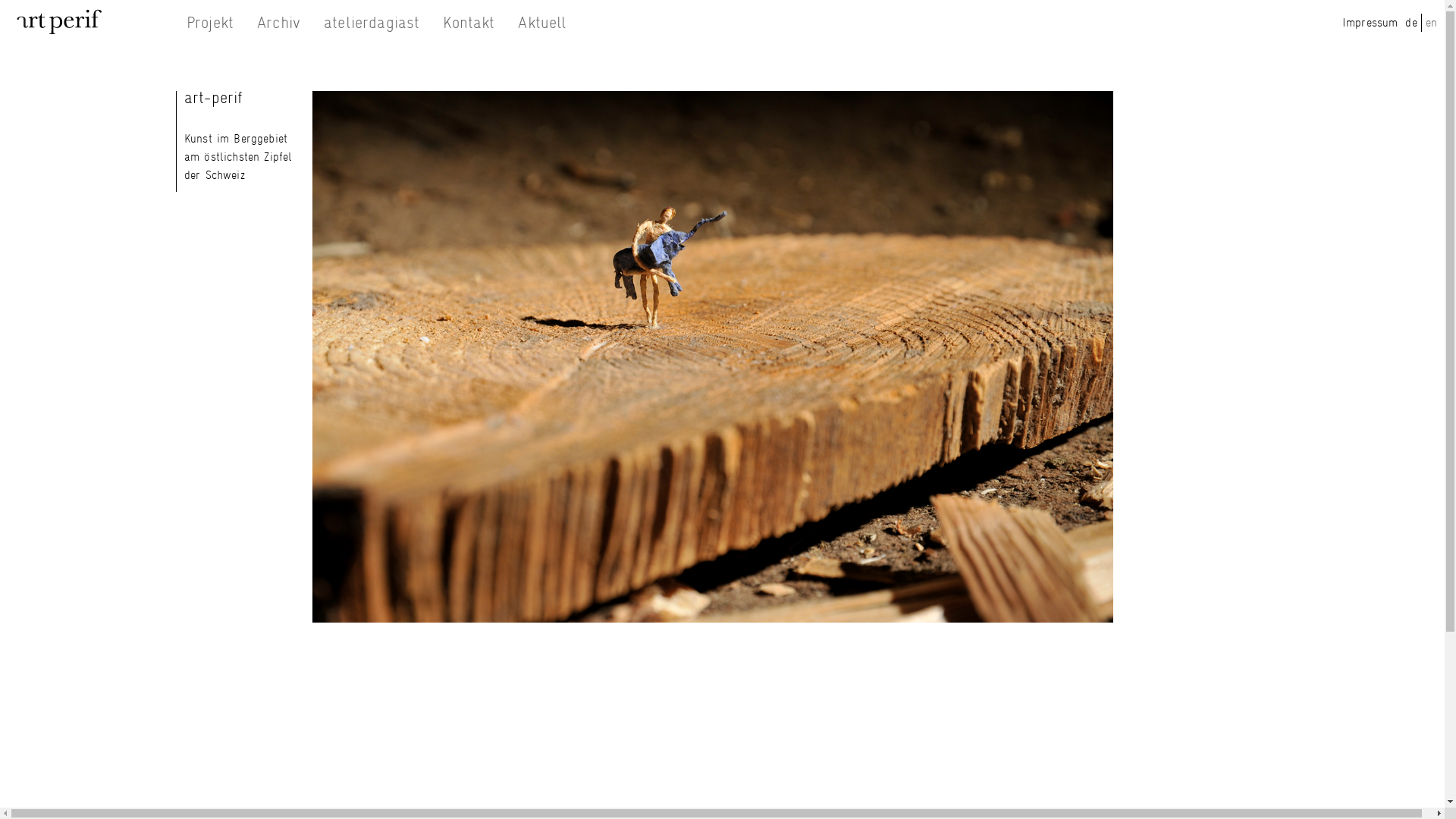  What do you see at coordinates (517, 22) in the screenshot?
I see `'Aktuell'` at bounding box center [517, 22].